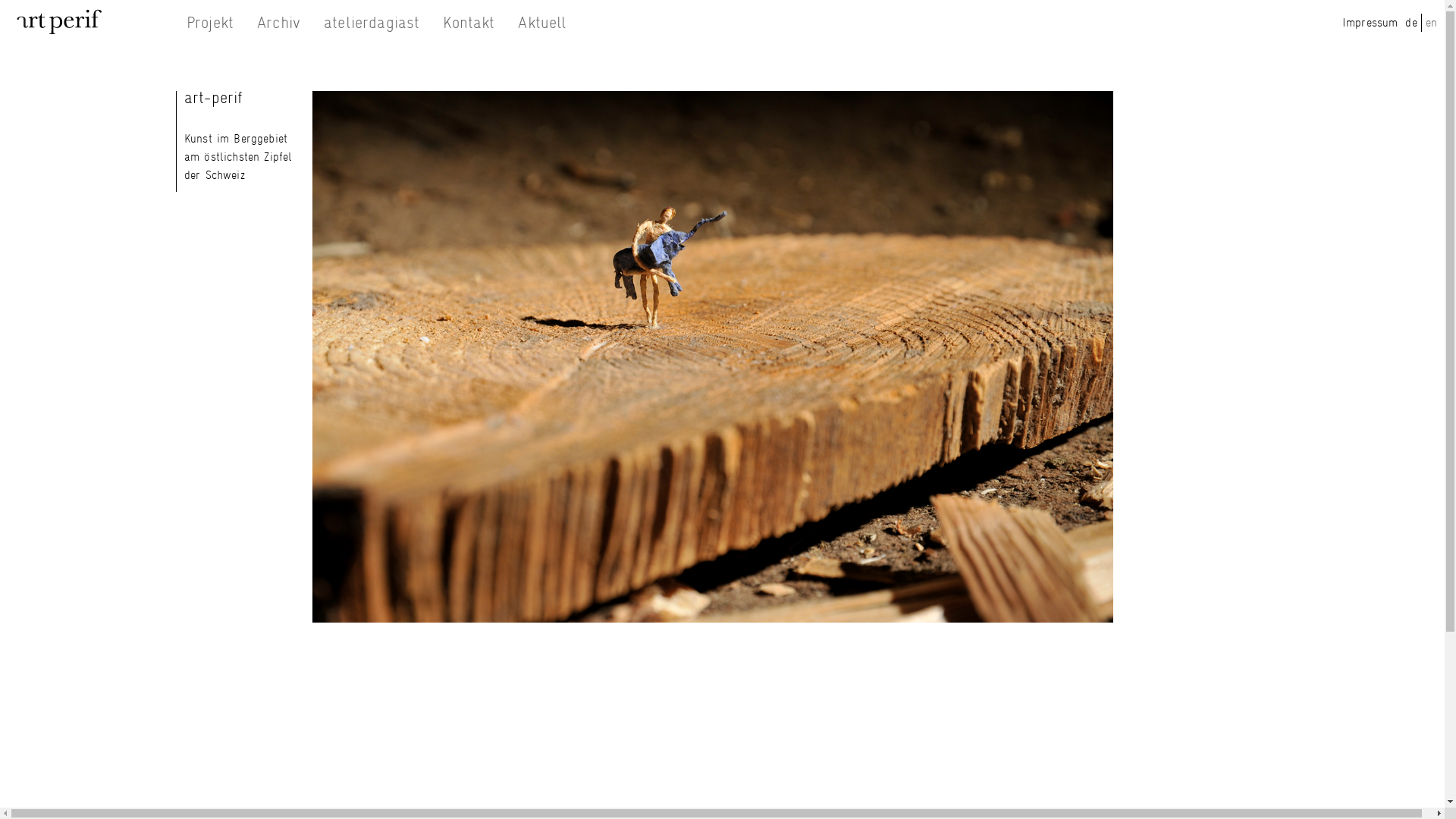  What do you see at coordinates (517, 22) in the screenshot?
I see `'Aktuell'` at bounding box center [517, 22].